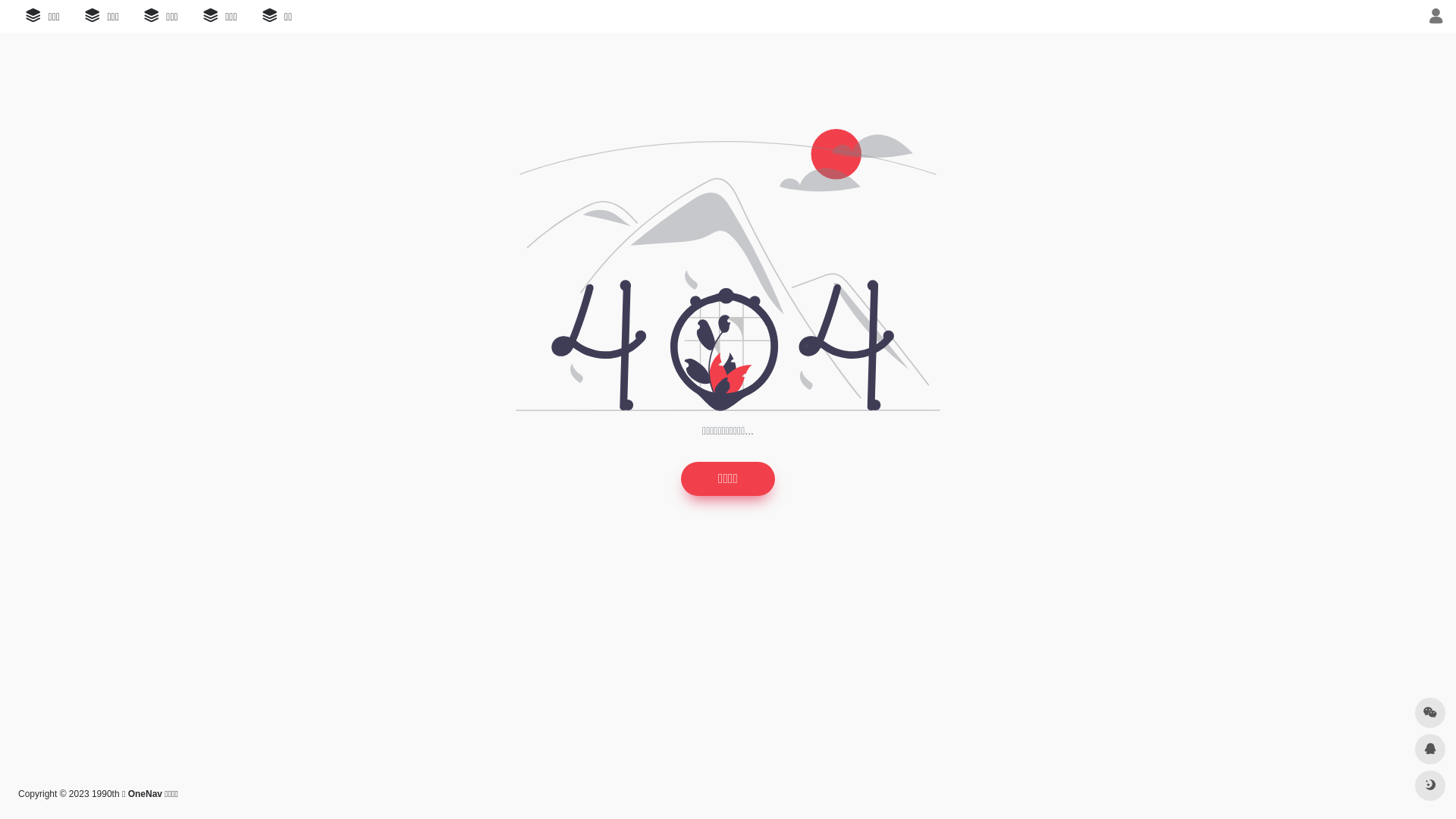  I want to click on 'OneNav', so click(145, 792).